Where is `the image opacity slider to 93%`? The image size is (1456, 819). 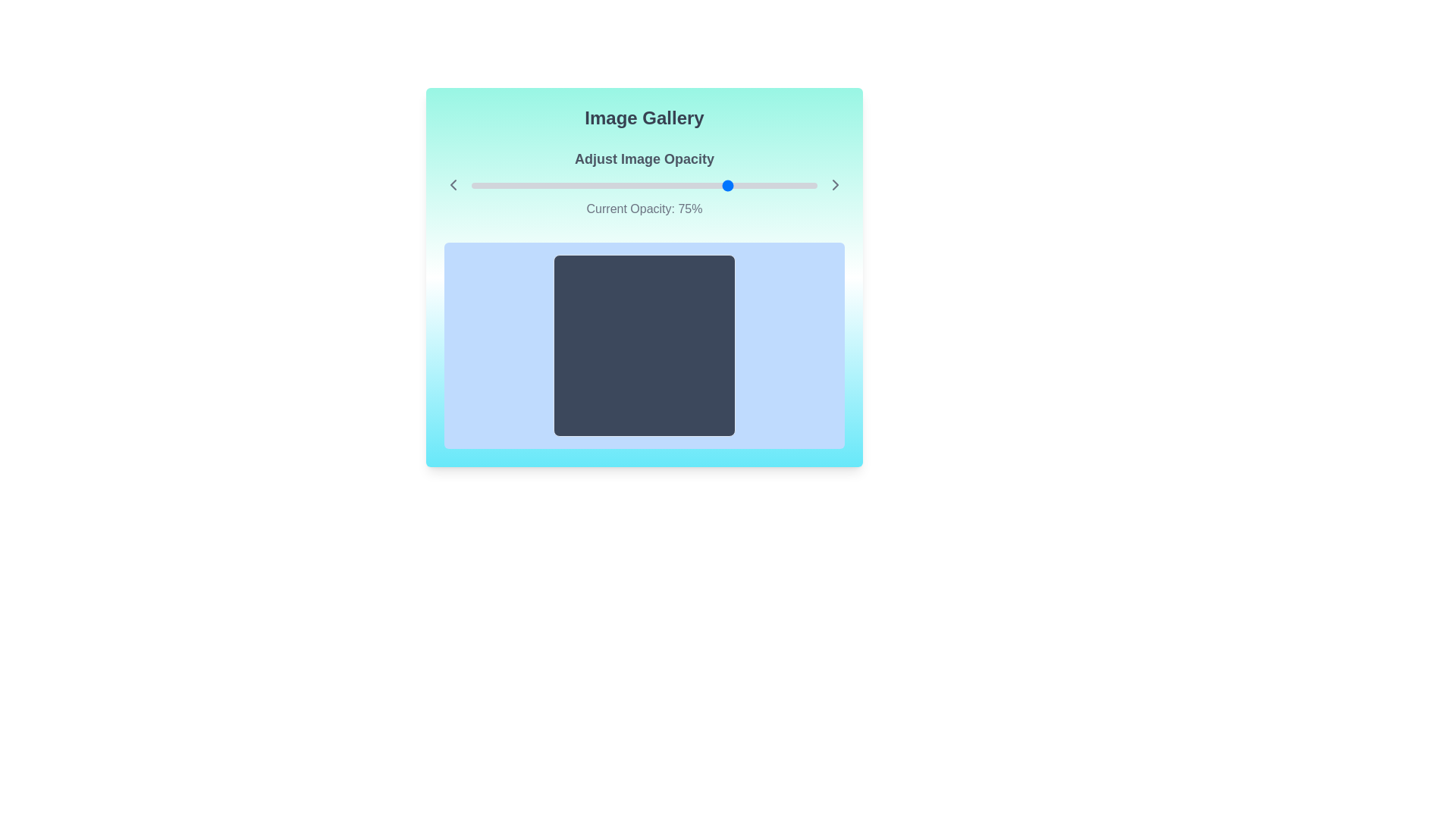
the image opacity slider to 93% is located at coordinates (792, 185).